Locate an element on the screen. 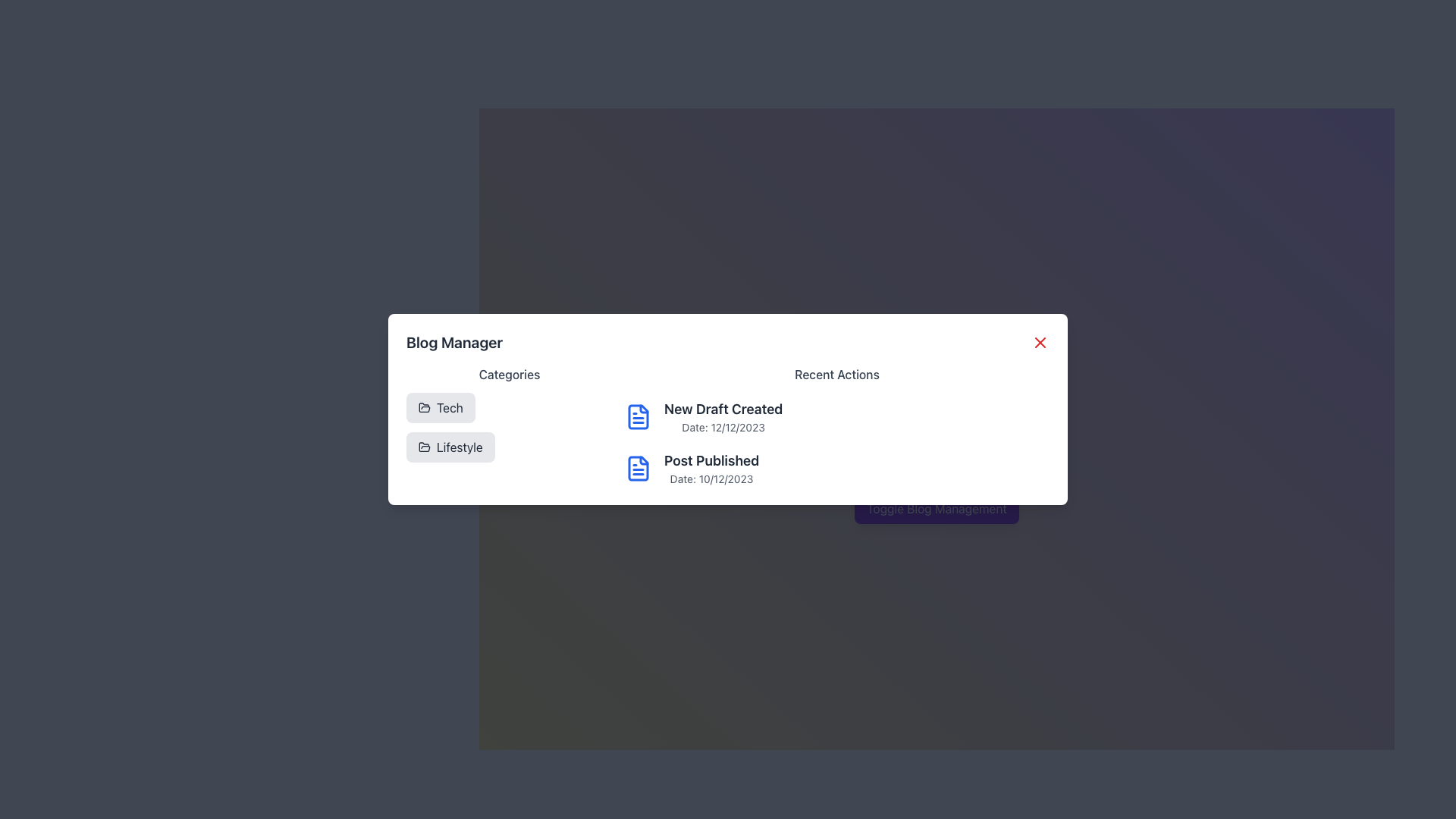  the icon representing a document or file in the 'Recent Actions' section of the 'Blog Manager' interface, specifically indicating the 'New Draft Created' action is located at coordinates (638, 467).